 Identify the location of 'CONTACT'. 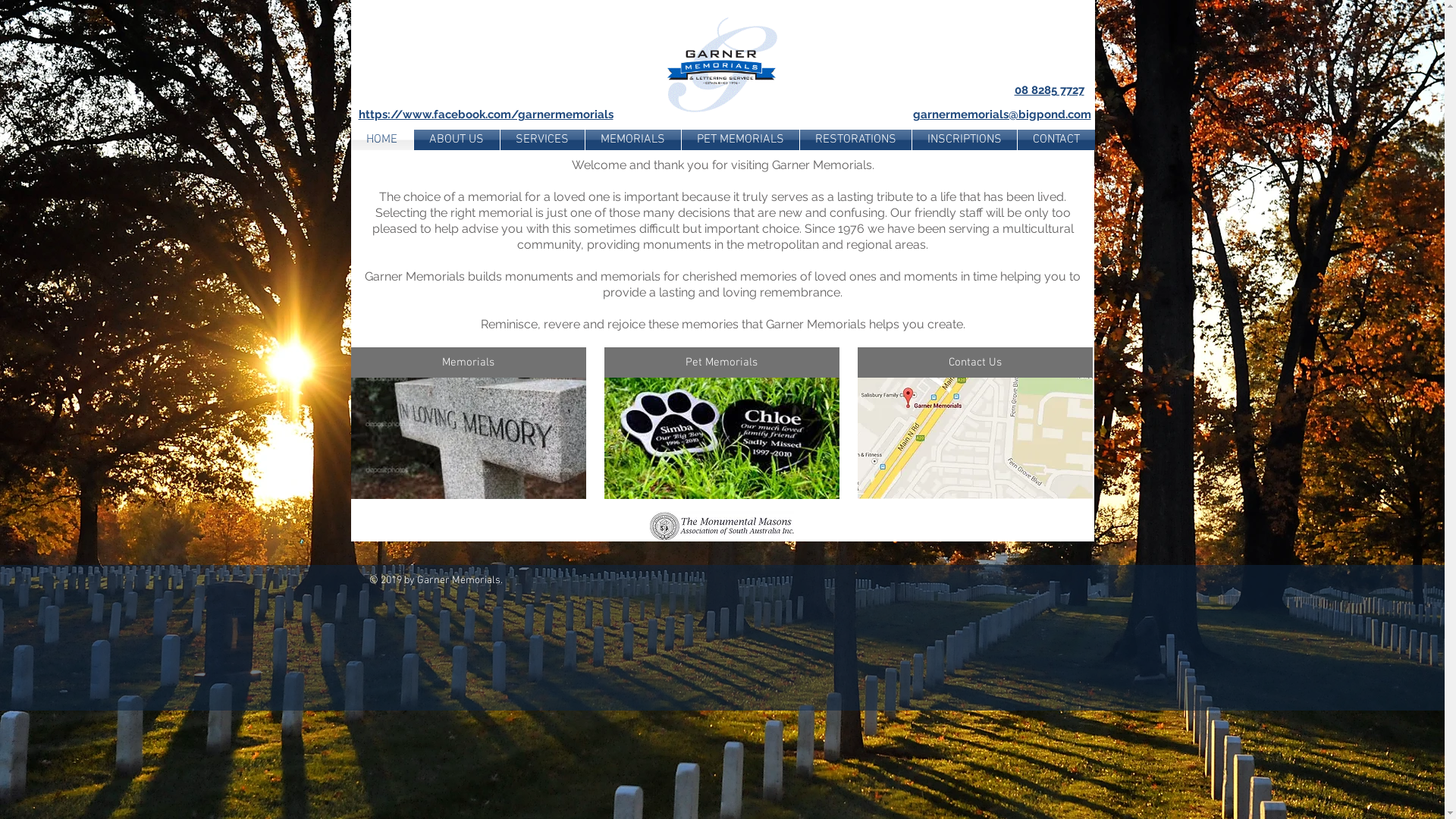
(1018, 140).